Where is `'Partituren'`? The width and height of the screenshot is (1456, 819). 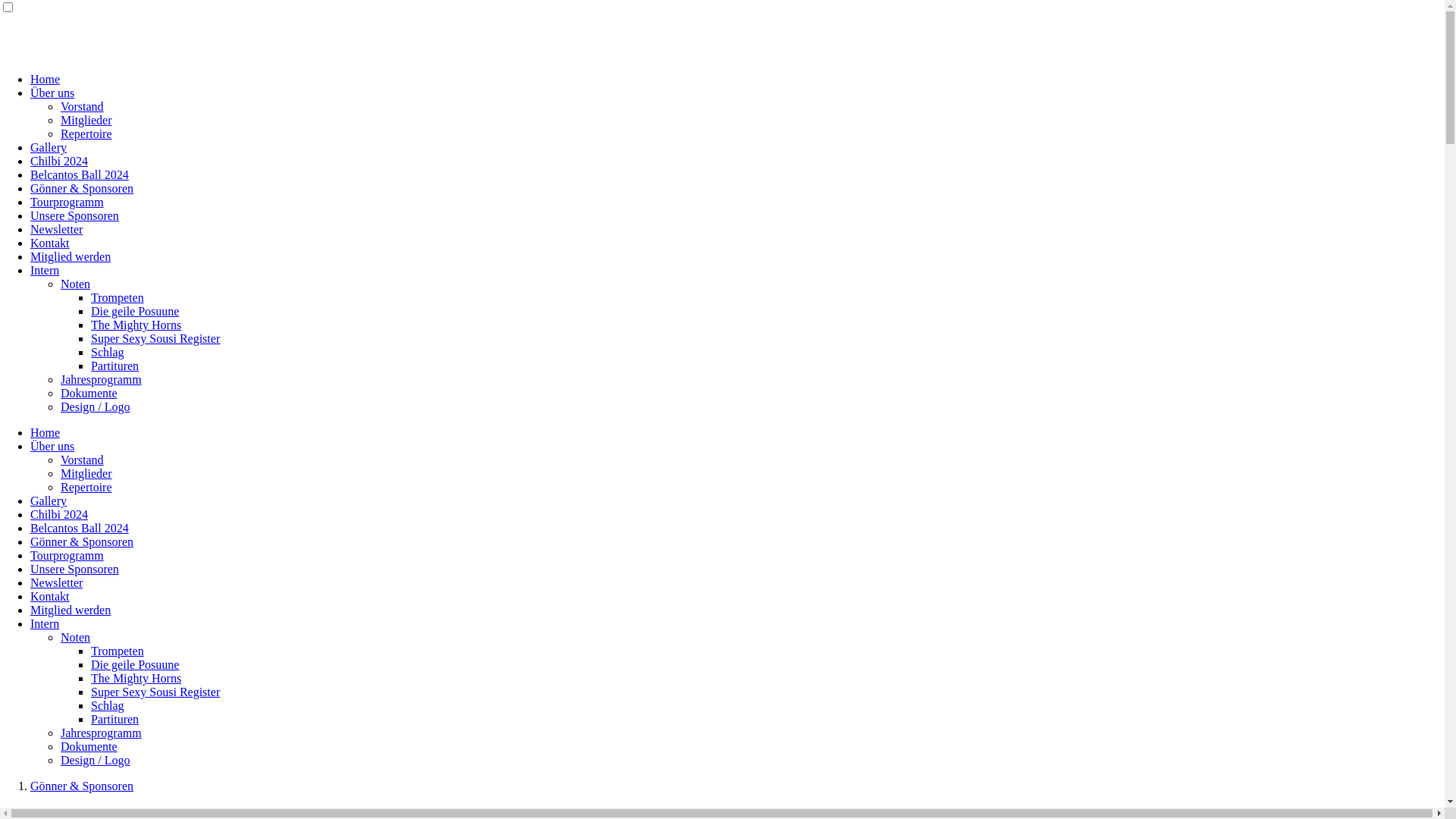
'Partituren' is located at coordinates (90, 718).